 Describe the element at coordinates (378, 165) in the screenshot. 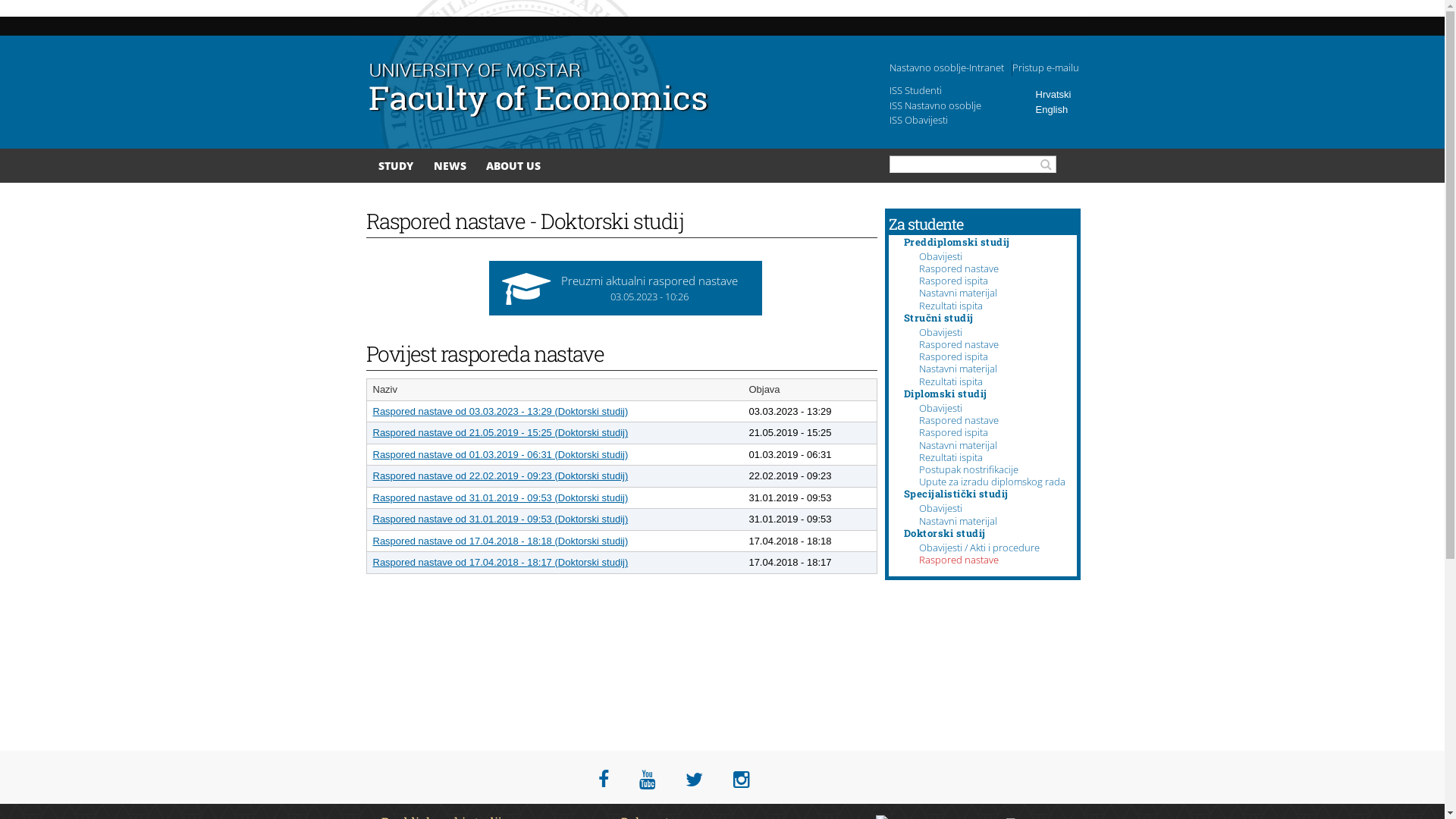

I see `'STUDY'` at that location.